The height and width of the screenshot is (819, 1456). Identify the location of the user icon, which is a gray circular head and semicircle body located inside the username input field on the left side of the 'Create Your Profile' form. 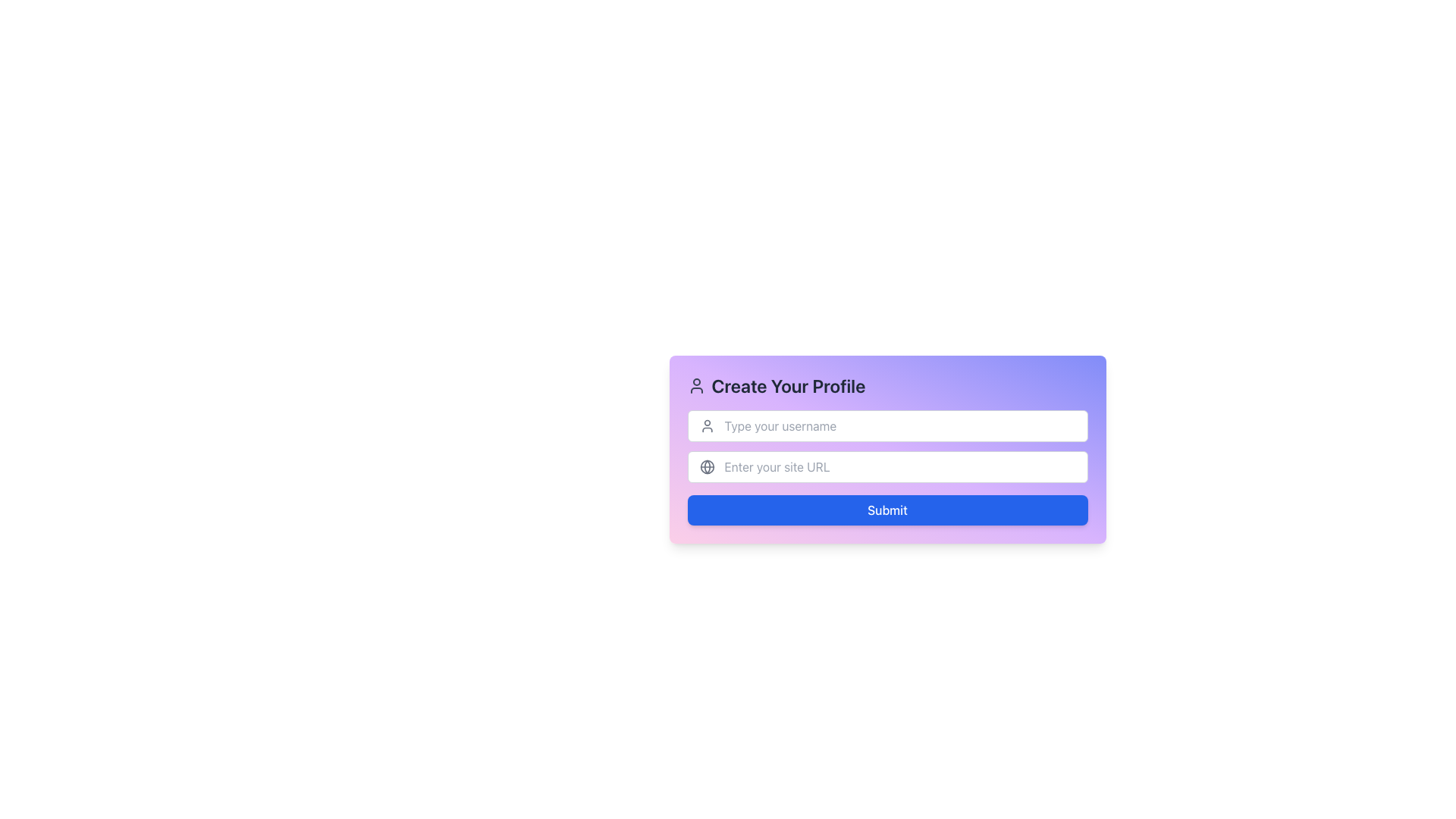
(706, 426).